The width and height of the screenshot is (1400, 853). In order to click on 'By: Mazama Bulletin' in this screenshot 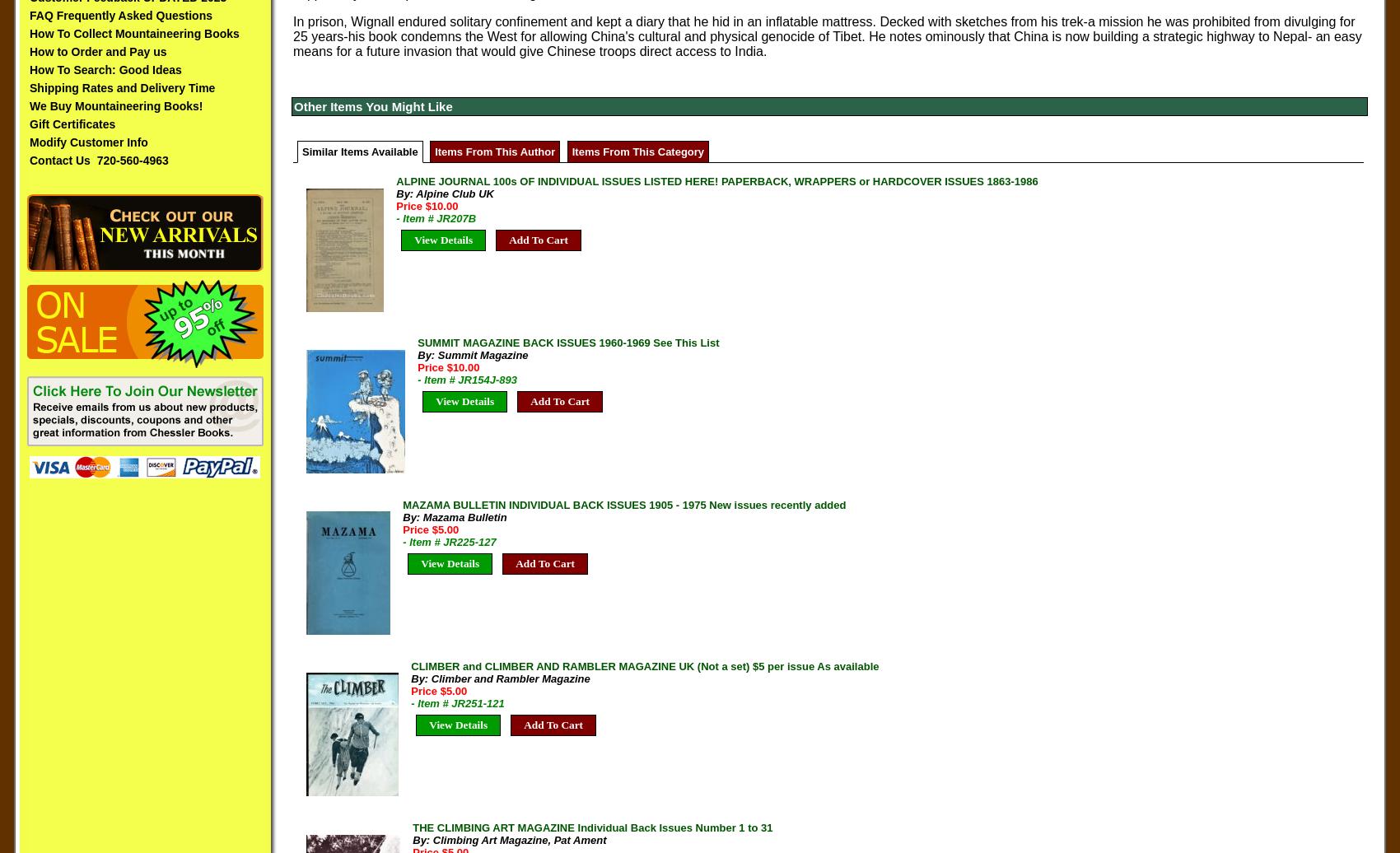, I will do `click(453, 516)`.